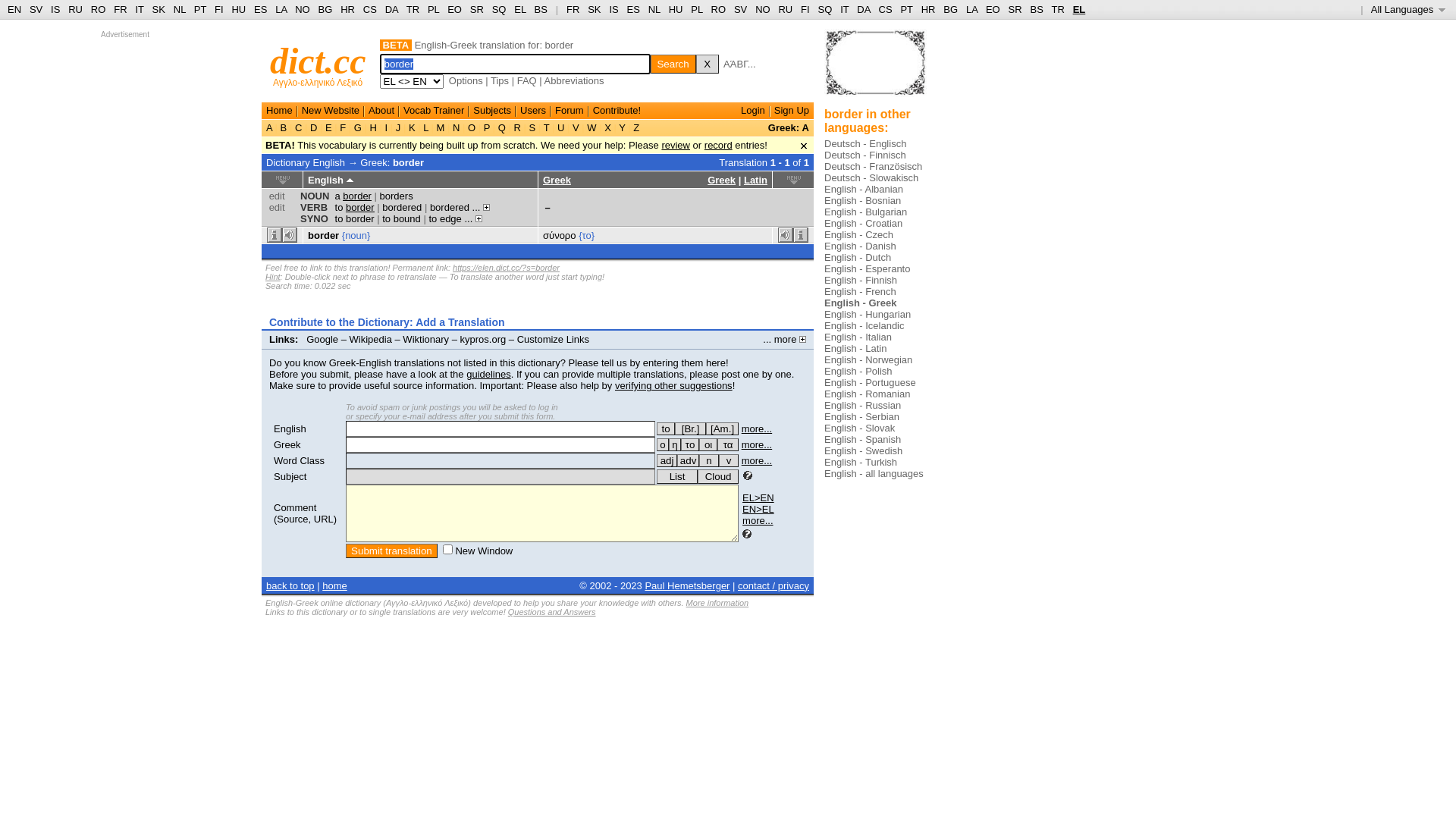  I want to click on 'Search', so click(673, 63).